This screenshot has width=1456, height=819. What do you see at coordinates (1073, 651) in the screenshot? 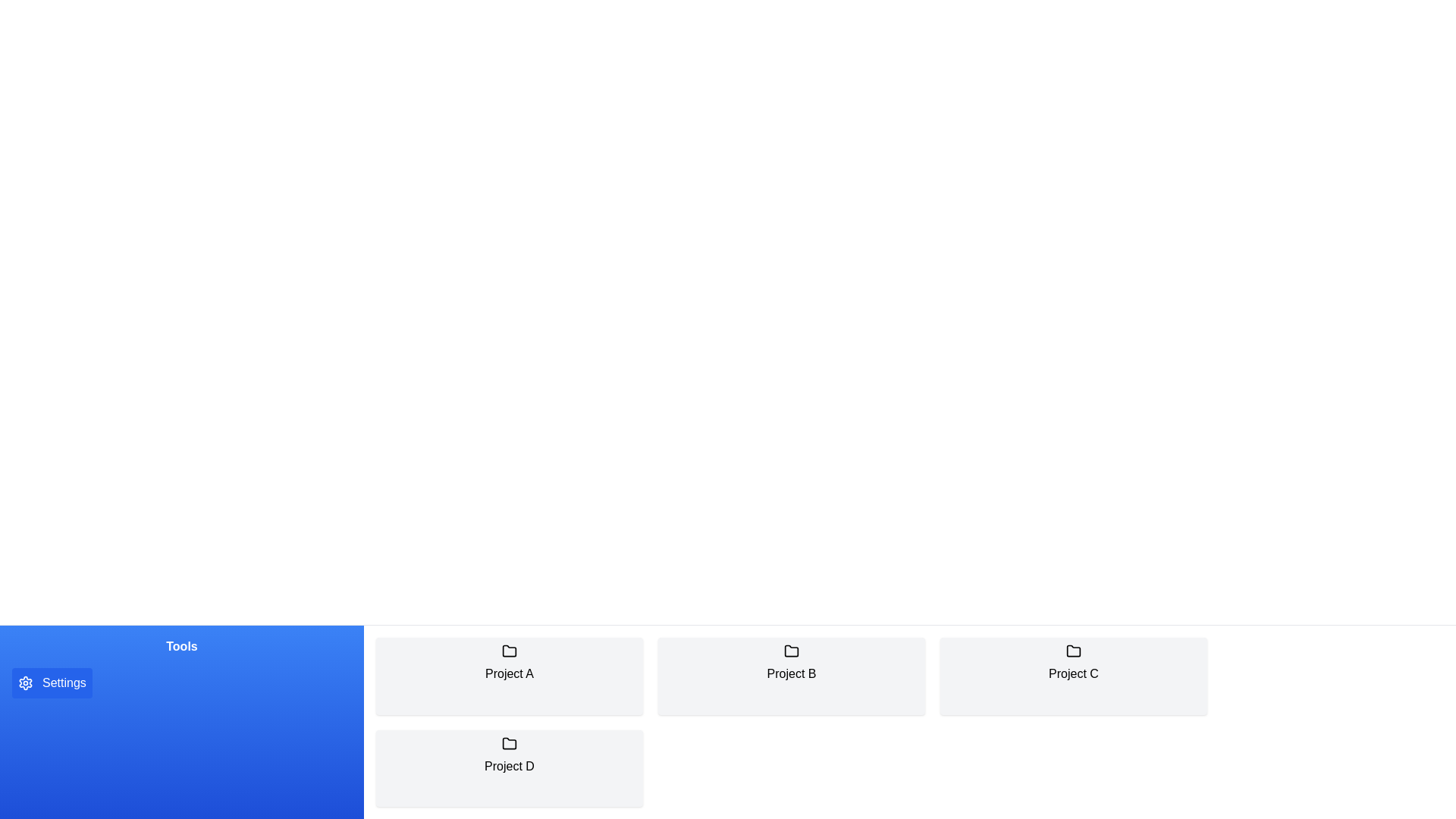
I see `the project directory icon representing 'Project C' to interact with the corresponding project` at bounding box center [1073, 651].